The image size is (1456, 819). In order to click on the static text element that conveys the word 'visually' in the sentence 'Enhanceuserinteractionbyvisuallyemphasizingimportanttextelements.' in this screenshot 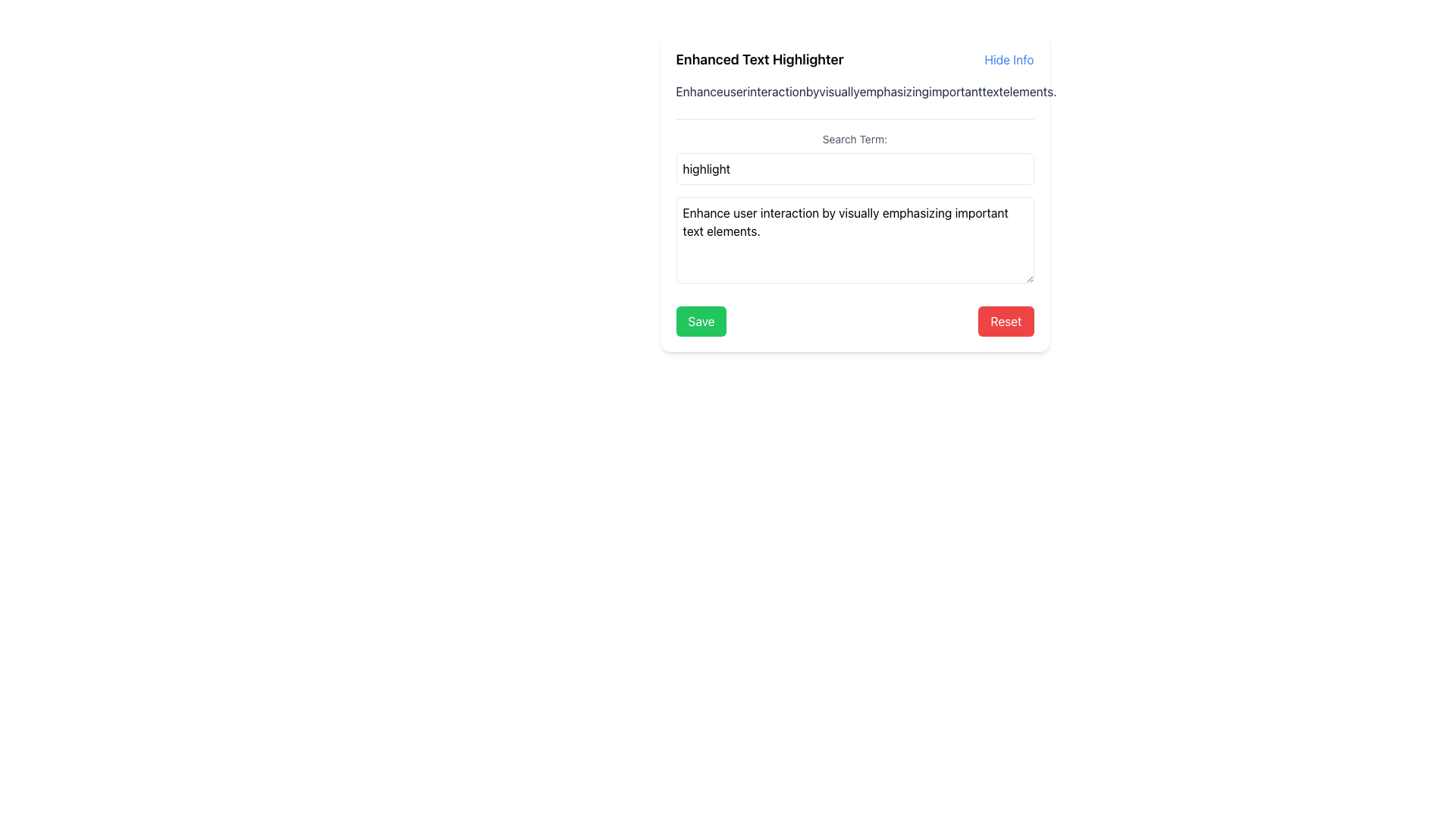, I will do `click(839, 91)`.